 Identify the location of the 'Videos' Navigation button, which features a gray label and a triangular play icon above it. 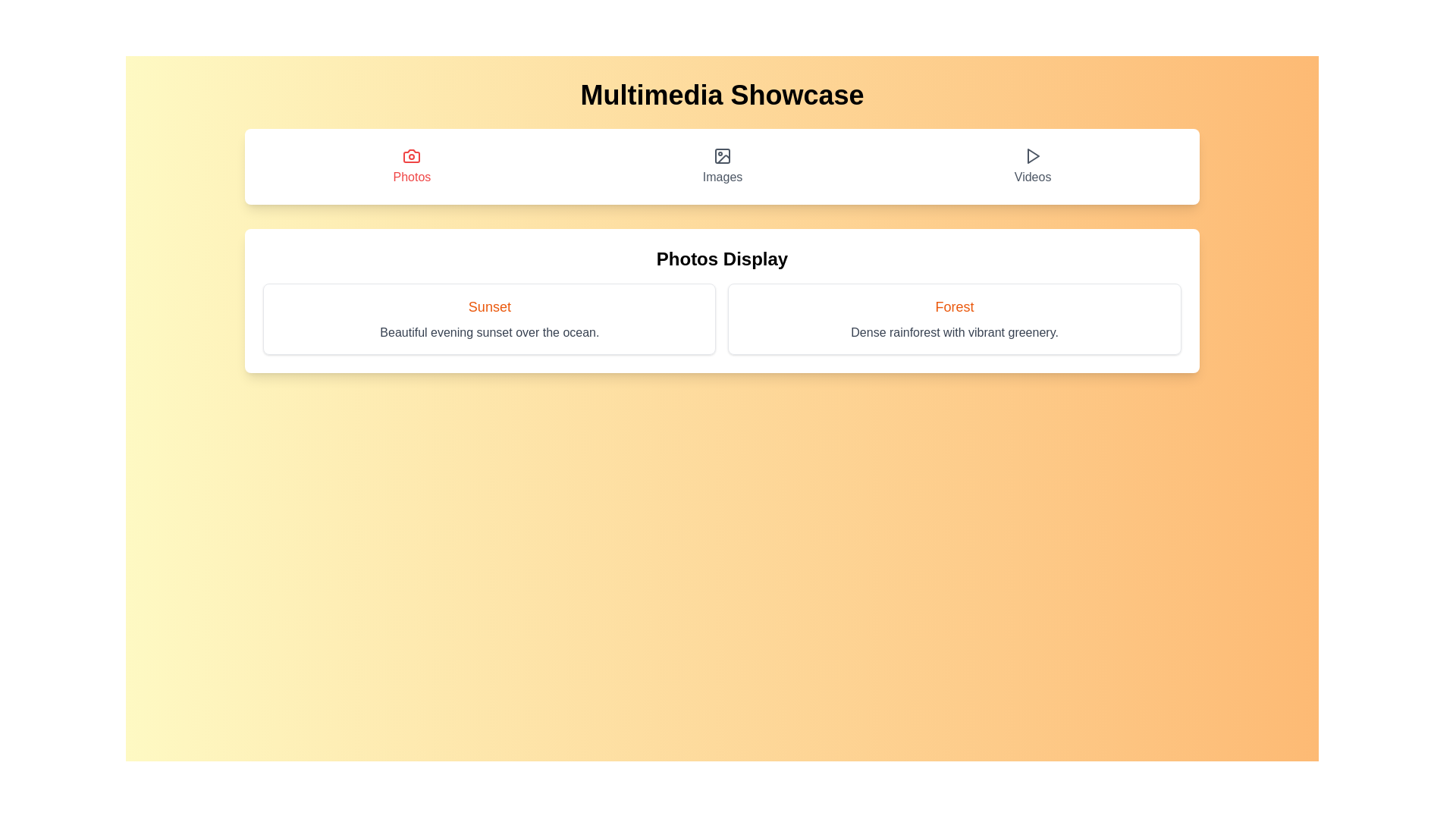
(1032, 166).